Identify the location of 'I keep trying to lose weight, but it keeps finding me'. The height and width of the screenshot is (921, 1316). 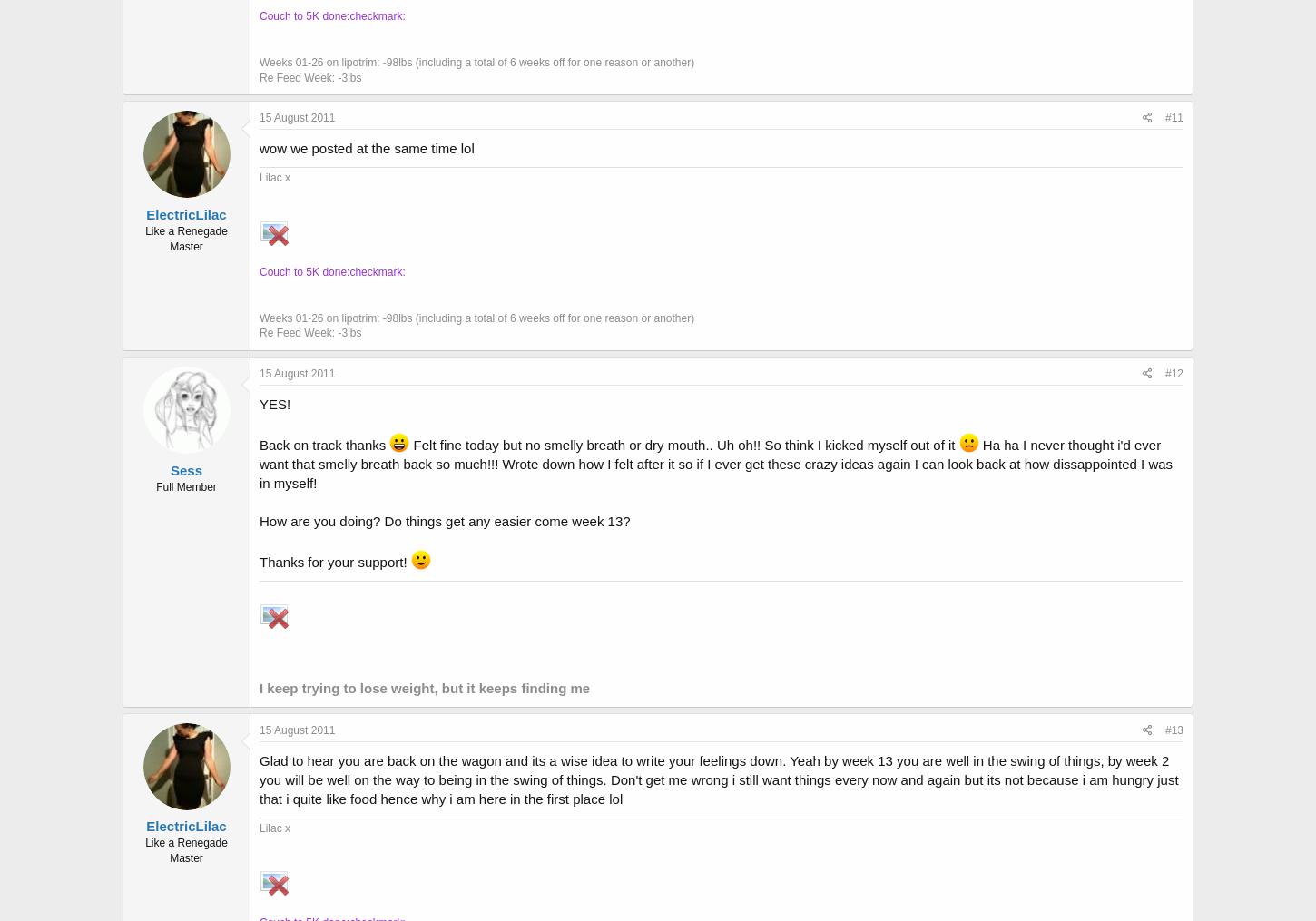
(424, 686).